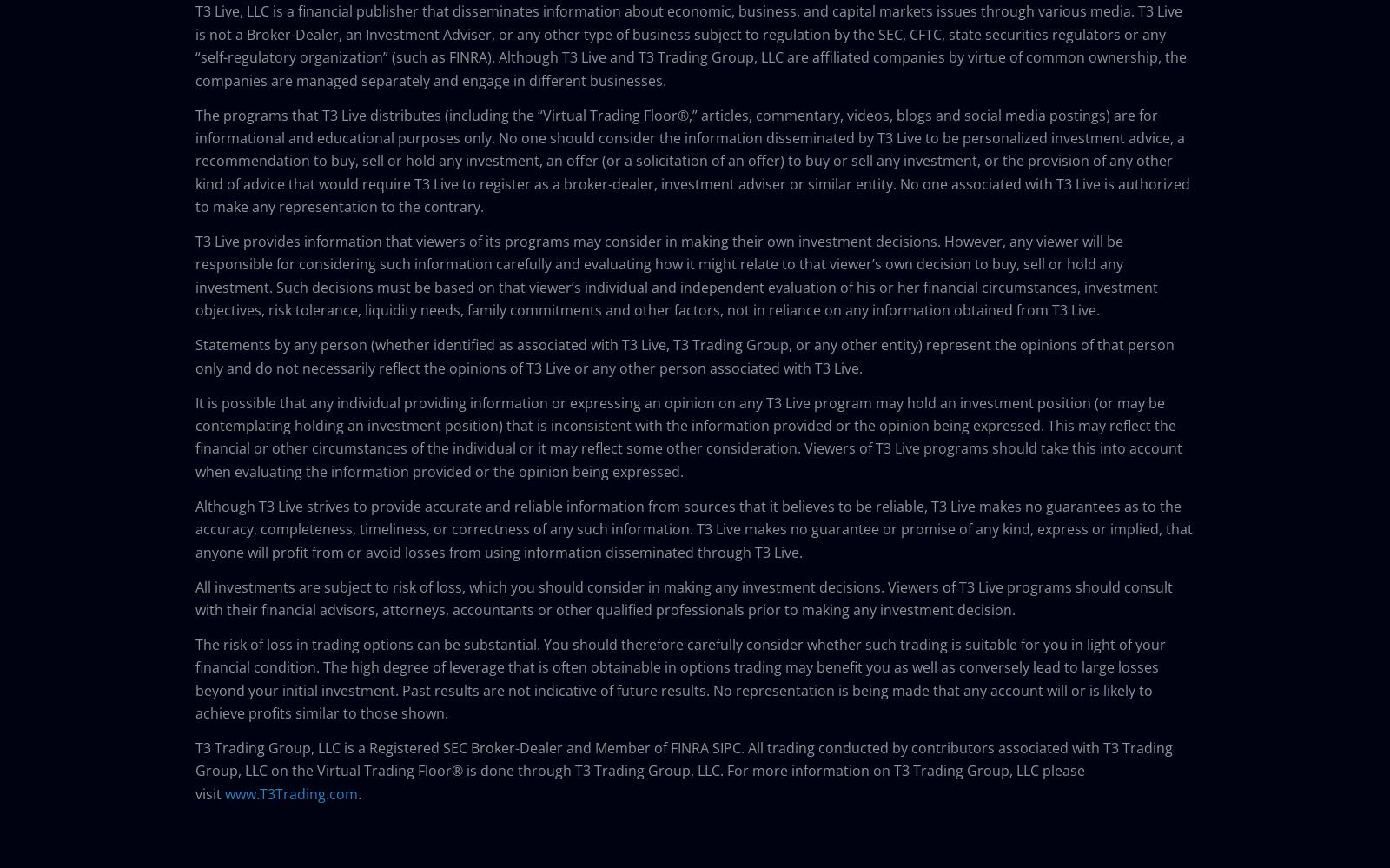  Describe the element at coordinates (688, 435) in the screenshot. I see `'It is possible that any individual providing information or expressing an opinion on any T3 Live program may hold an investment position (or may be contemplating holding an investment position) that is inconsistent with the information provided or the opinion being expressed. This may reflect the financial or other circumstances of the individual or it may reflect some other consideration. Viewers of T3 Live programs should take this into account when evaluating the information provided or the opinion being expressed.'` at that location.